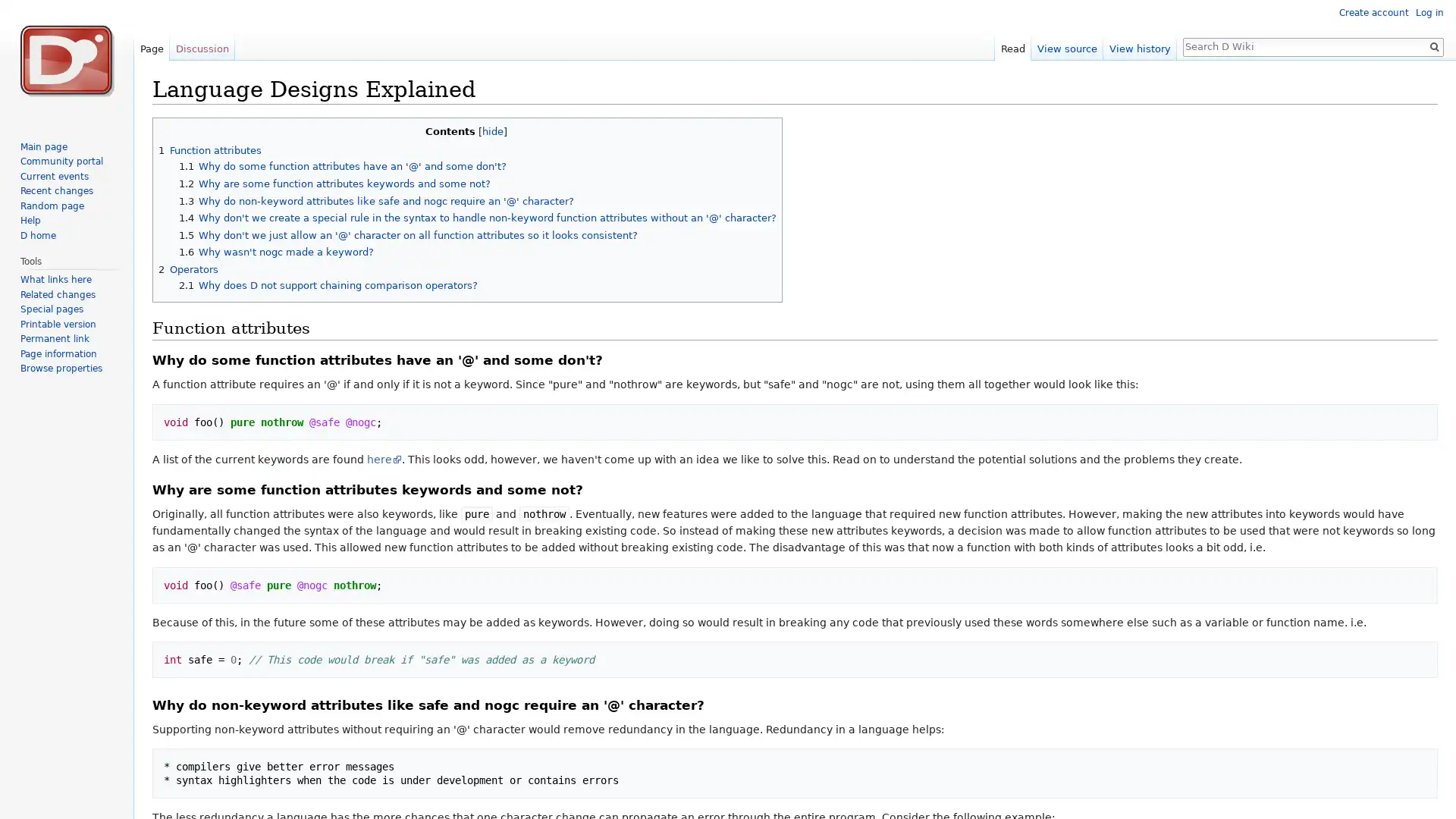 This screenshot has height=819, width=1456. I want to click on hide, so click(491, 130).